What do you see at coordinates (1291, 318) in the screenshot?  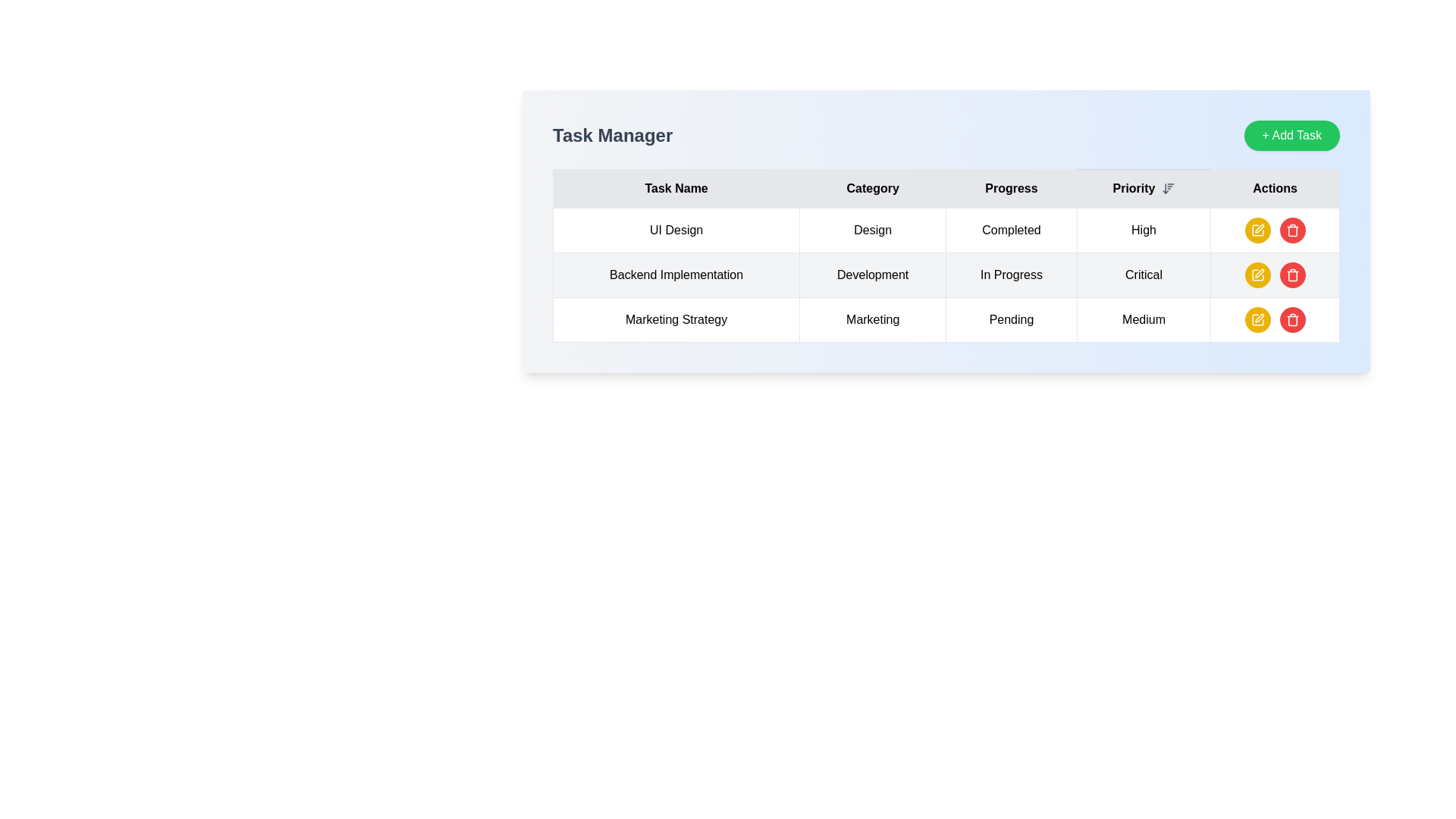 I see `the delete button located in the 'Actions' column of the last row in the table, which is the third button in the group of action buttons` at bounding box center [1291, 318].